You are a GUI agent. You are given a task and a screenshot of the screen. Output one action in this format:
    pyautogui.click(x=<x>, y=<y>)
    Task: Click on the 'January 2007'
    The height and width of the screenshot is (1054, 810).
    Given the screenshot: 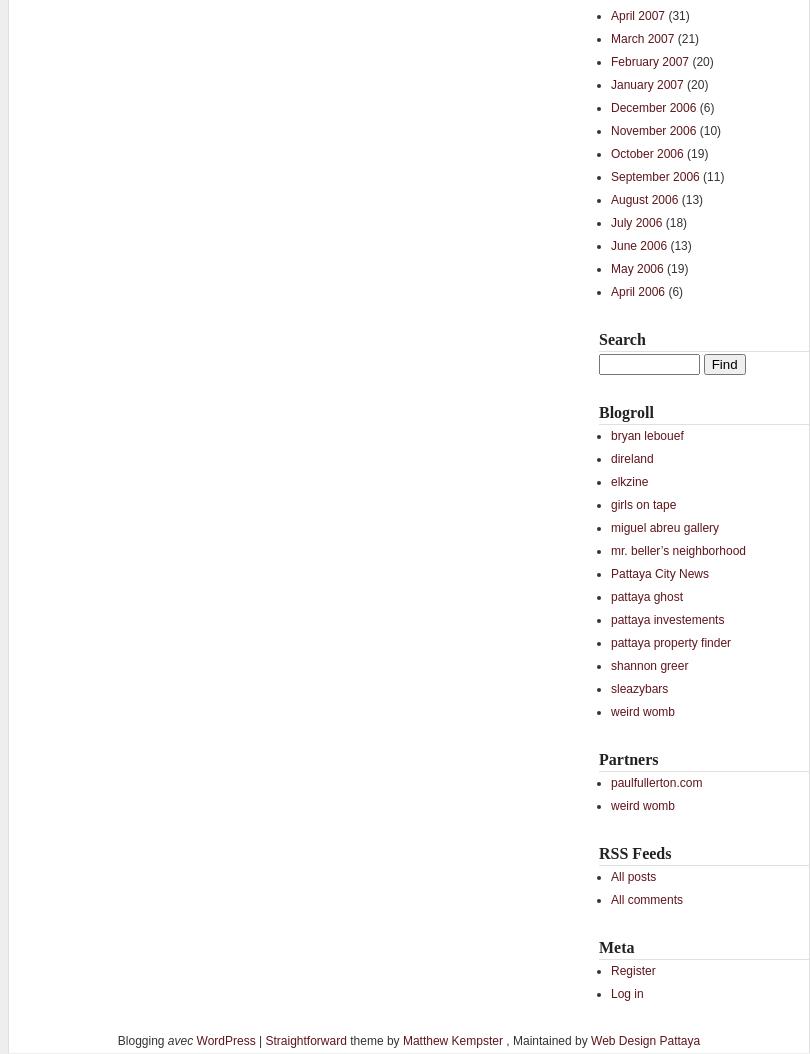 What is the action you would take?
    pyautogui.click(x=646, y=83)
    